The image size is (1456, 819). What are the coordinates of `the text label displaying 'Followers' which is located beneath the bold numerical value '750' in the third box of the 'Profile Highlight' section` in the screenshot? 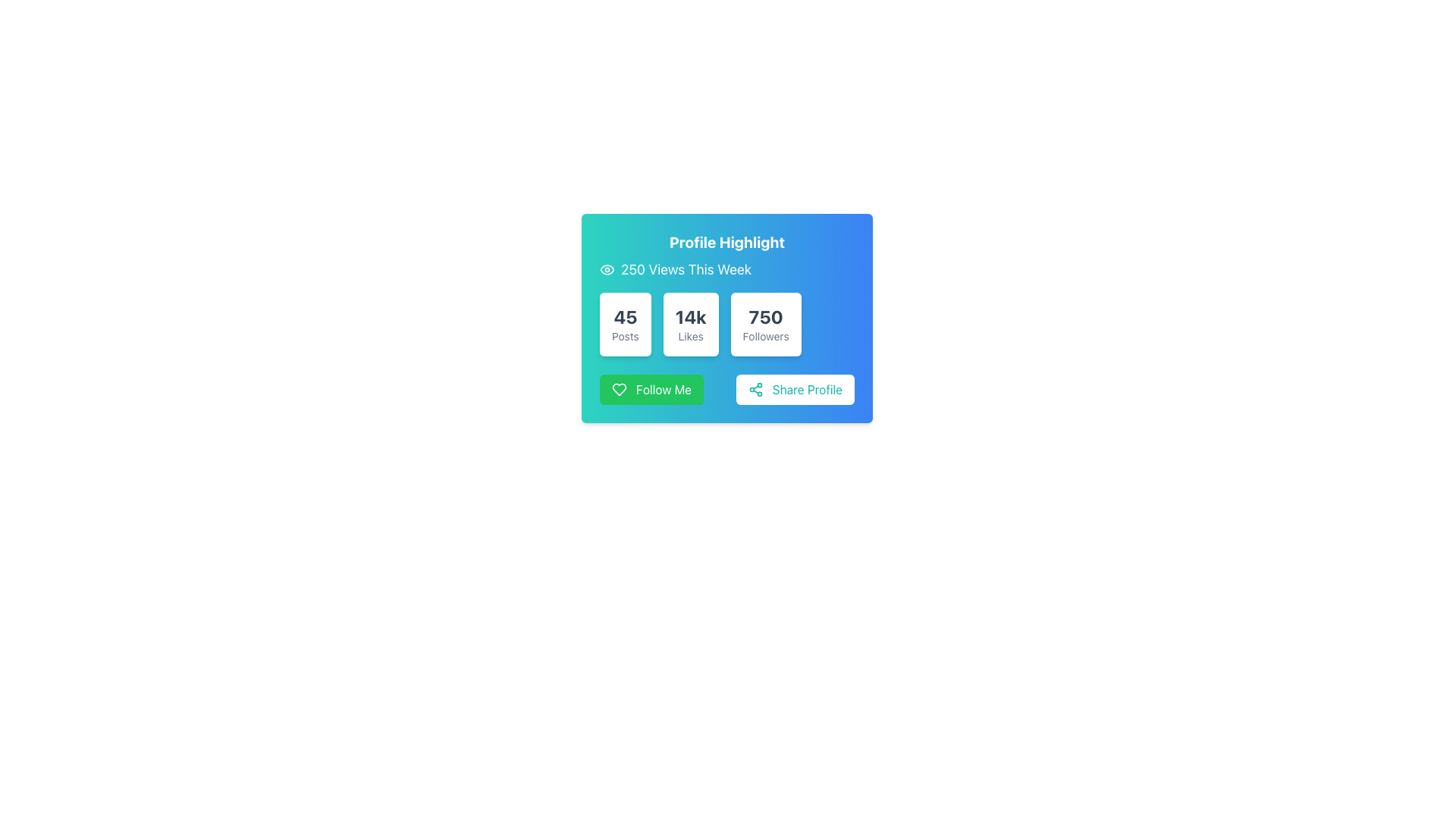 It's located at (766, 335).